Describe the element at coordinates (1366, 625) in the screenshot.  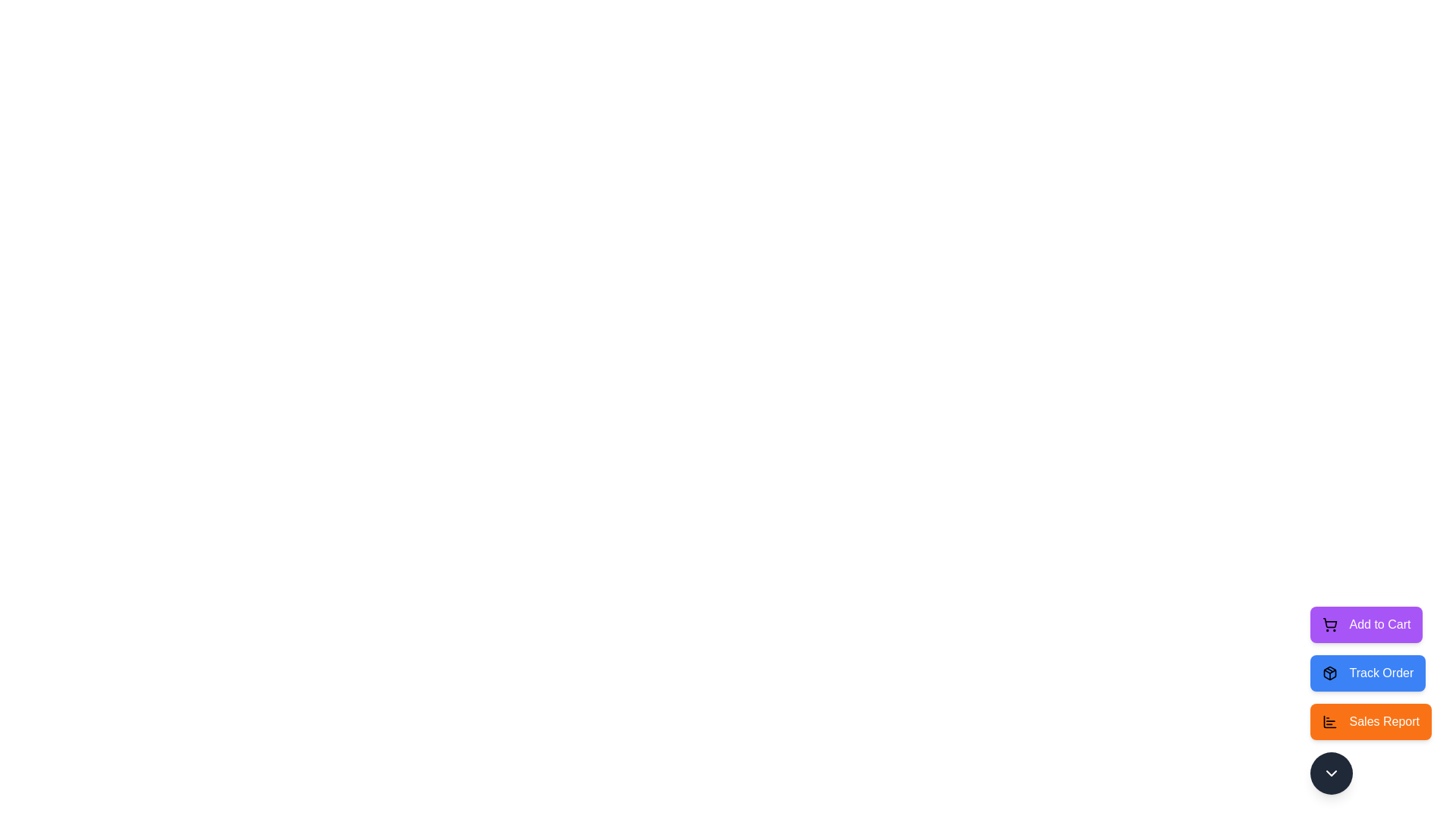
I see `the 'Add to Cart' button` at that location.